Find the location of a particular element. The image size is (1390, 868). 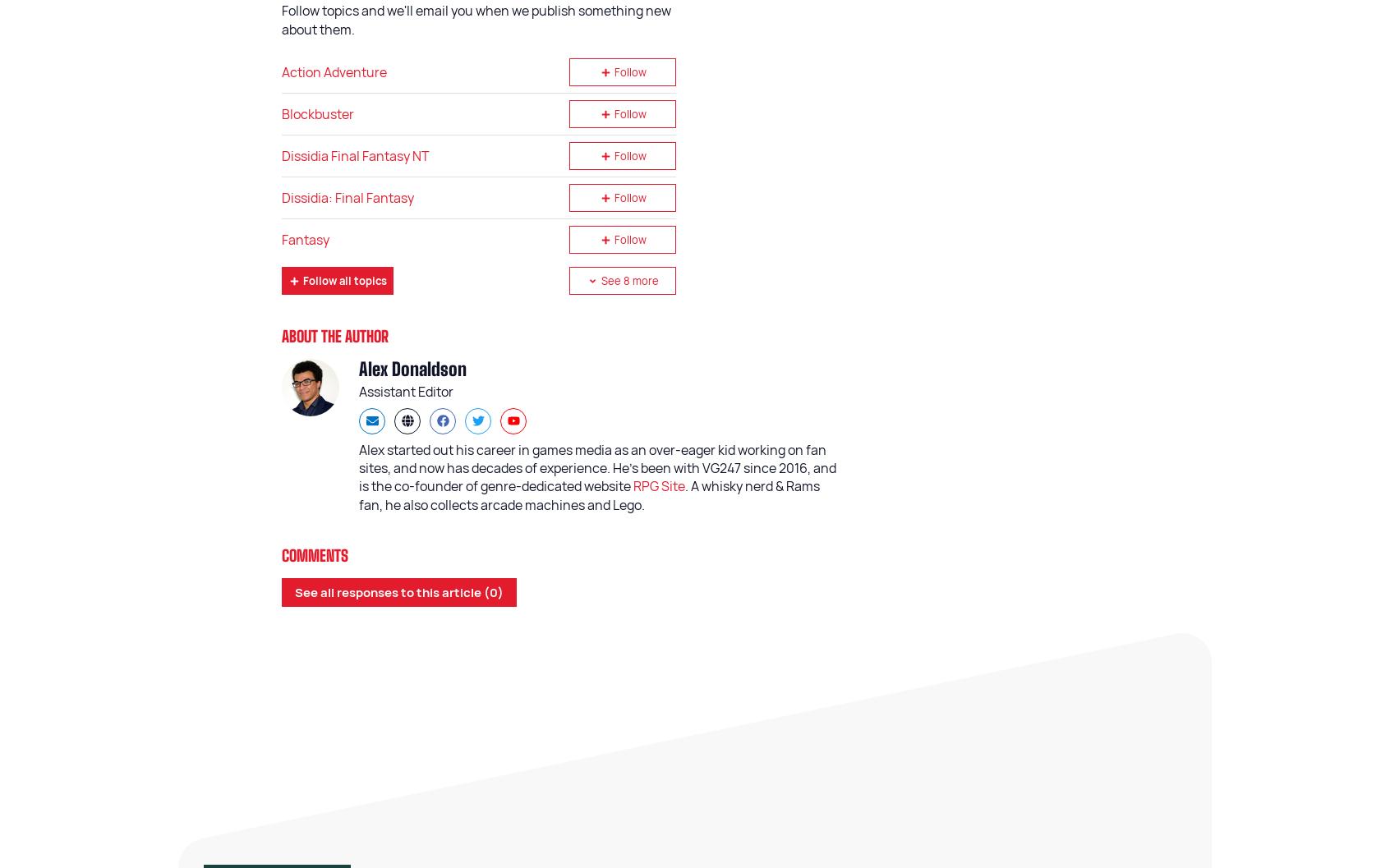

'Dissidia: Final Fantasy' is located at coordinates (347, 196).